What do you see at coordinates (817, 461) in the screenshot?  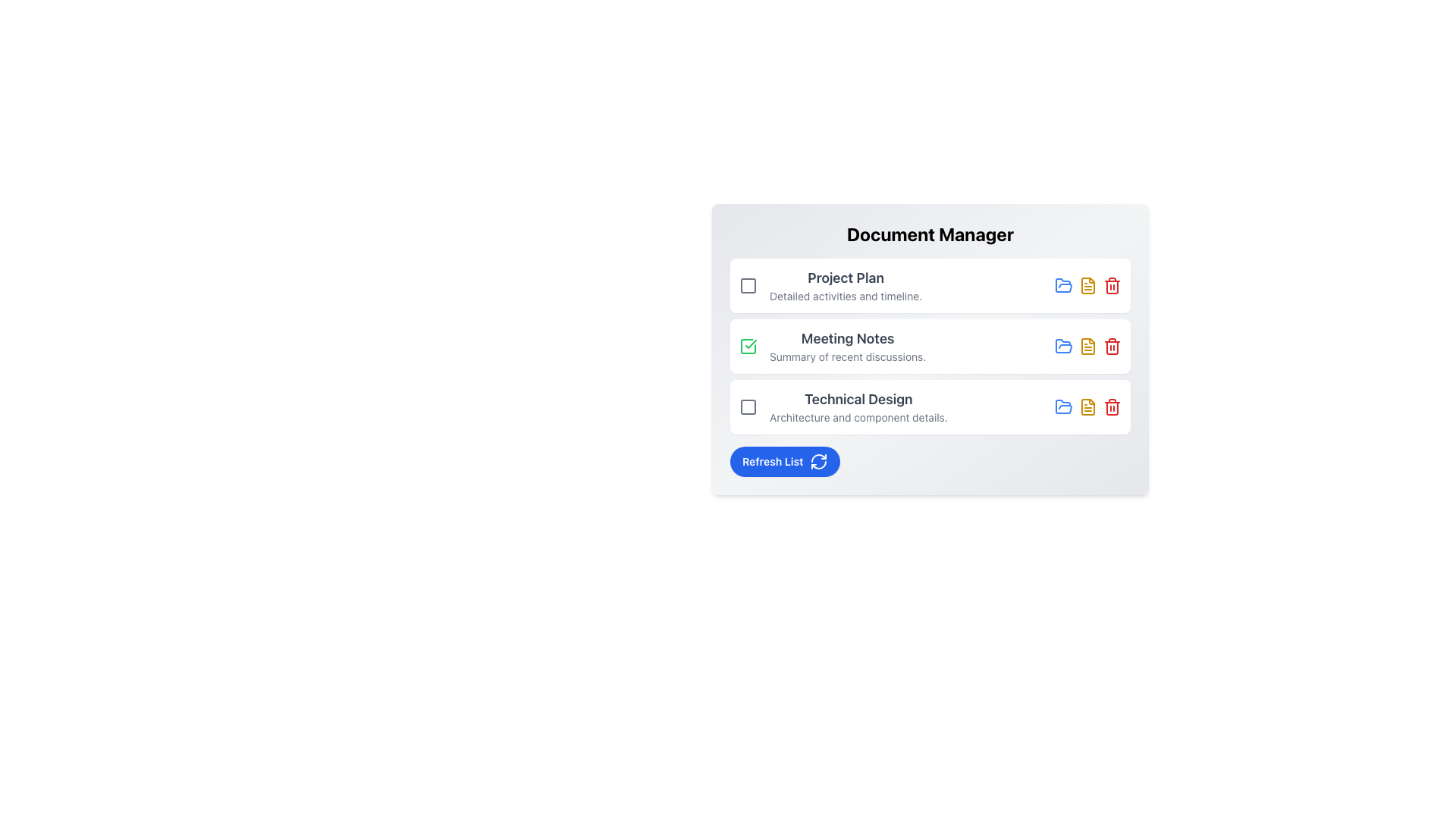 I see `the refresh icon located within the 'Refresh List' button at the bottom center of the card interface` at bounding box center [817, 461].